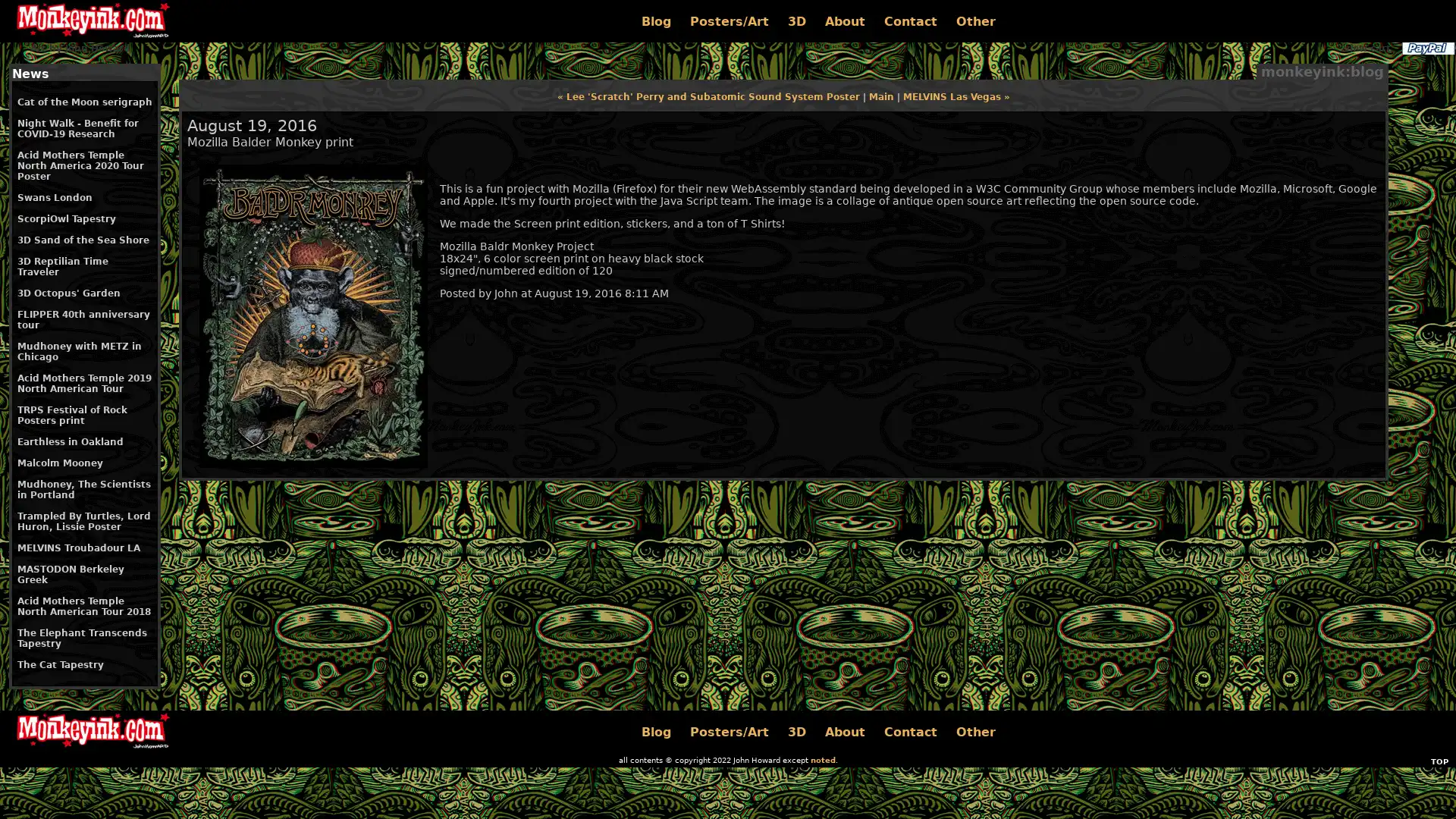 This screenshot has height=819, width=1456. What do you see at coordinates (1426, 48) in the screenshot?
I see `PayPal` at bounding box center [1426, 48].